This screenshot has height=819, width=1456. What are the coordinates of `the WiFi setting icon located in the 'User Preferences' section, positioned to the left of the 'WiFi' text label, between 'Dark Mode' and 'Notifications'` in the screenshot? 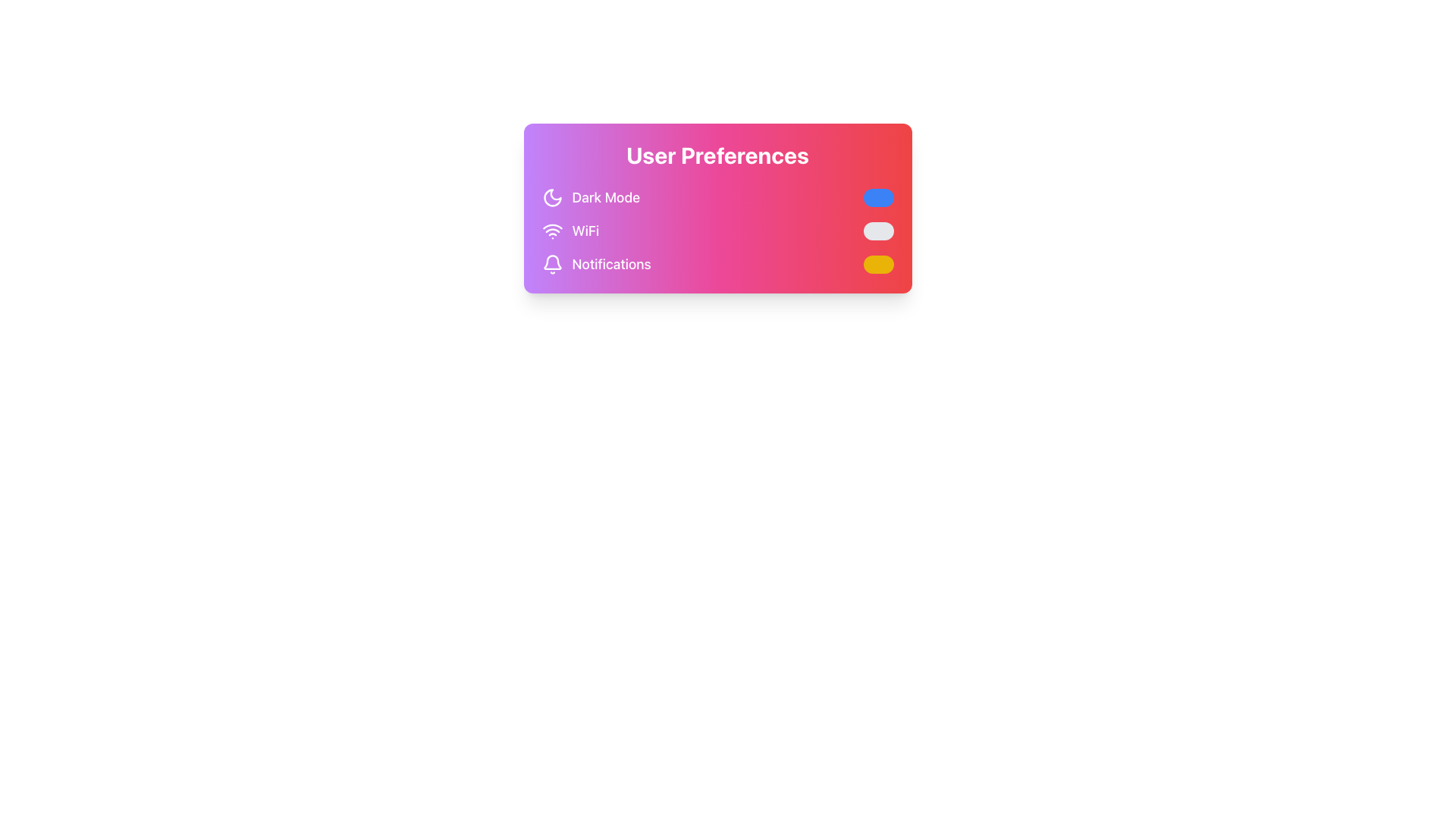 It's located at (551, 231).